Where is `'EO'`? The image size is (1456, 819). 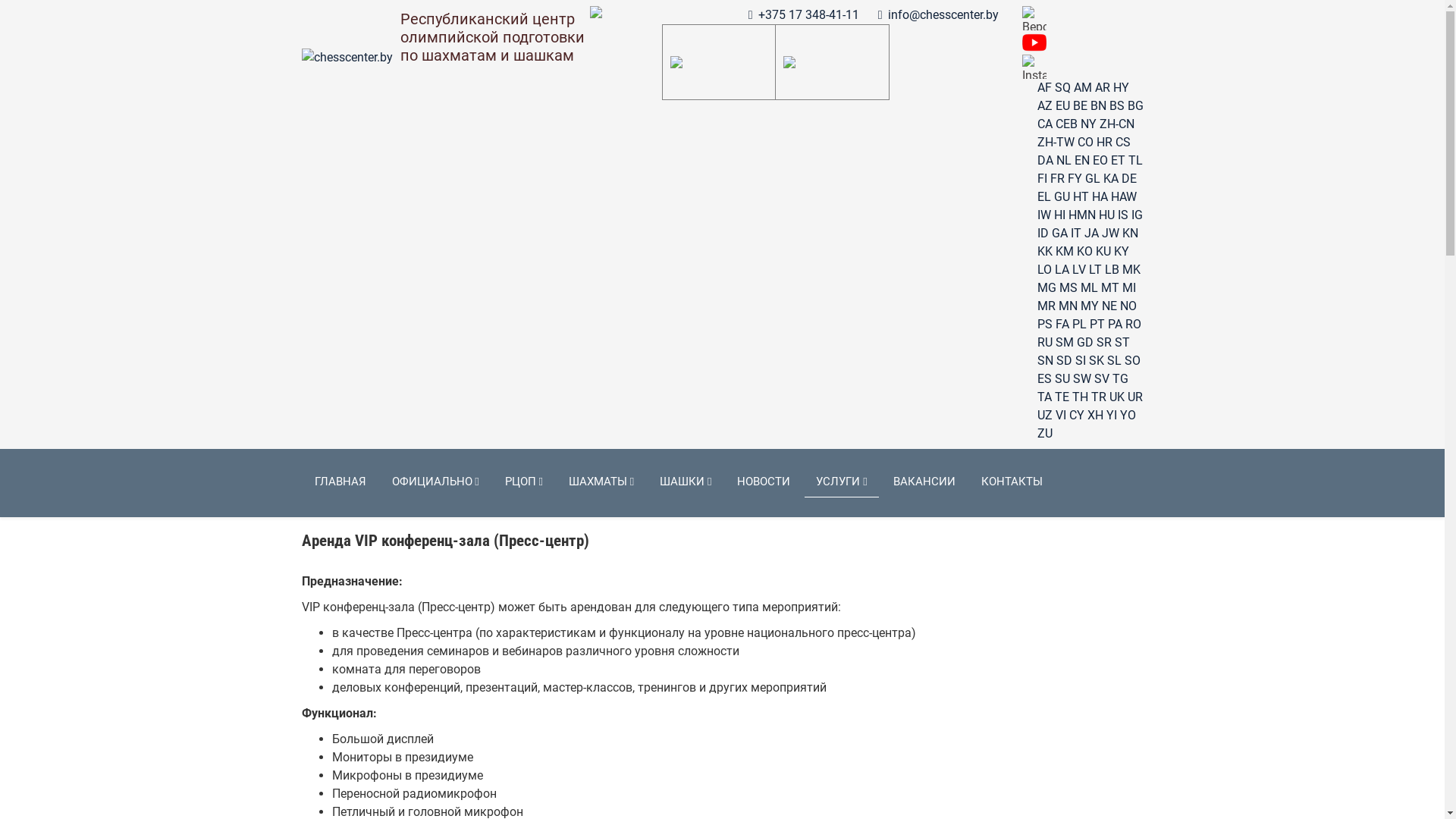
'EO' is located at coordinates (1099, 160).